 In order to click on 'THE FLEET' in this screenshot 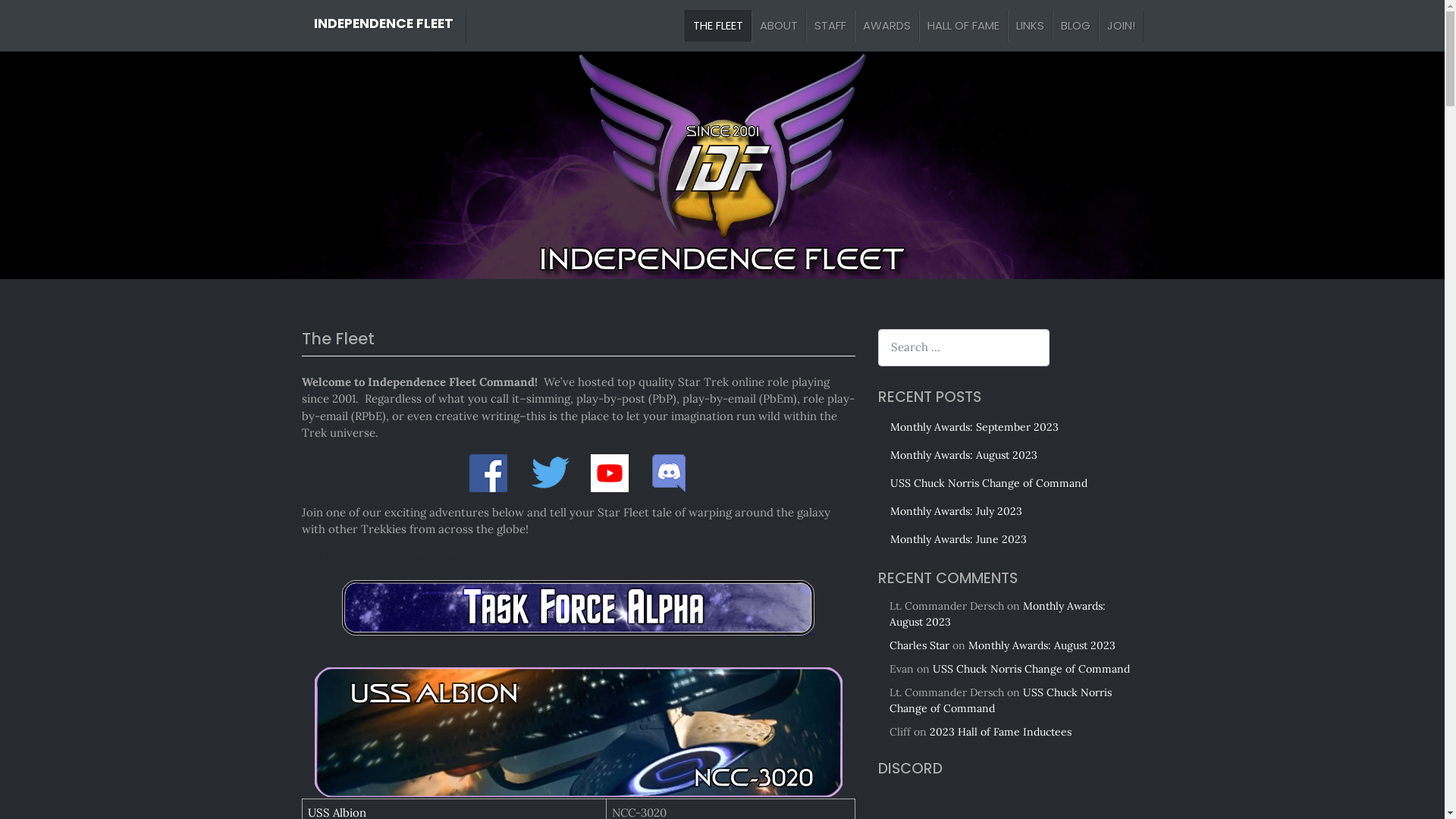, I will do `click(716, 26)`.